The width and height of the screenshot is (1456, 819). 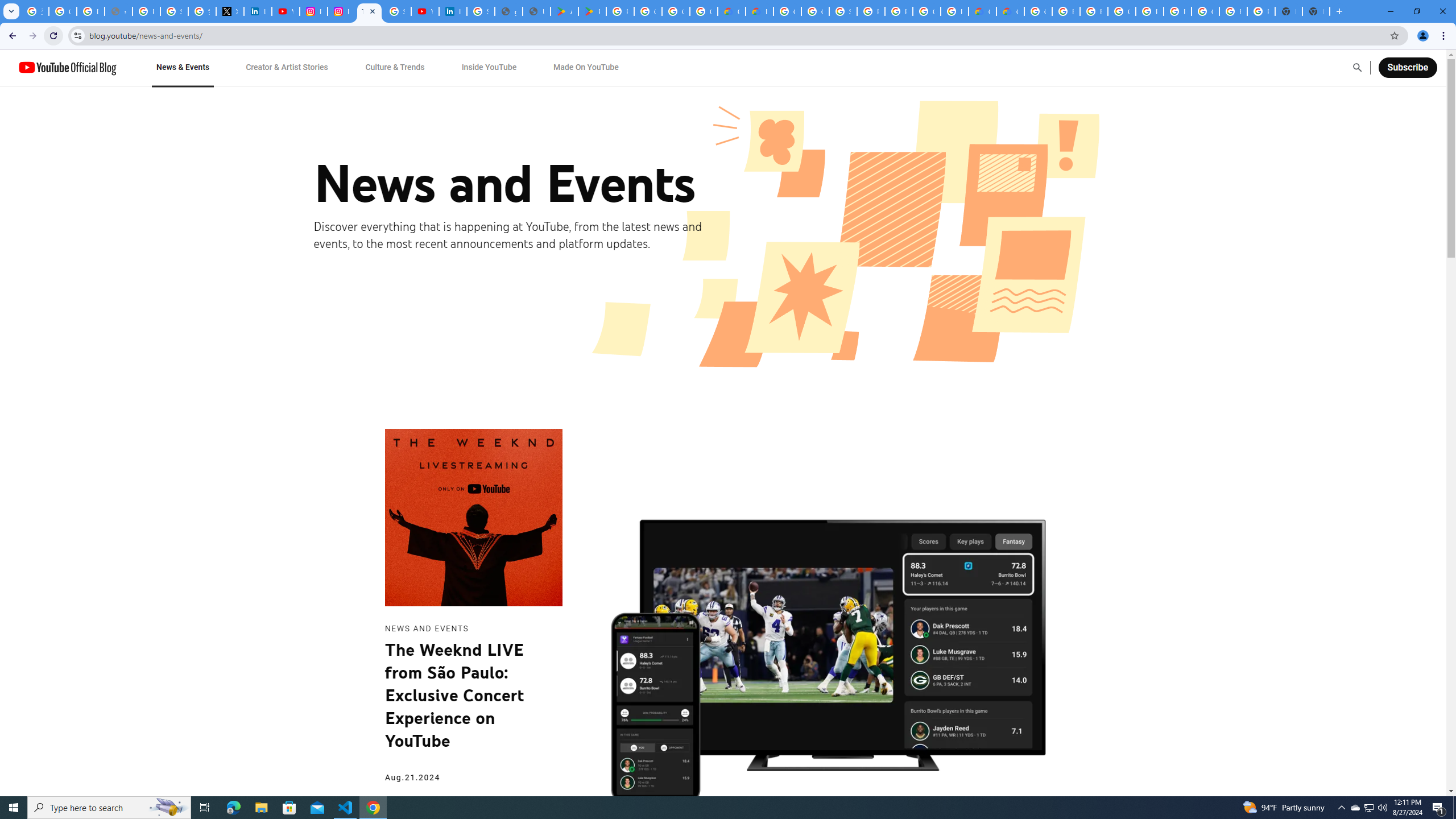 I want to click on 'News & Events', so click(x=183, y=67).